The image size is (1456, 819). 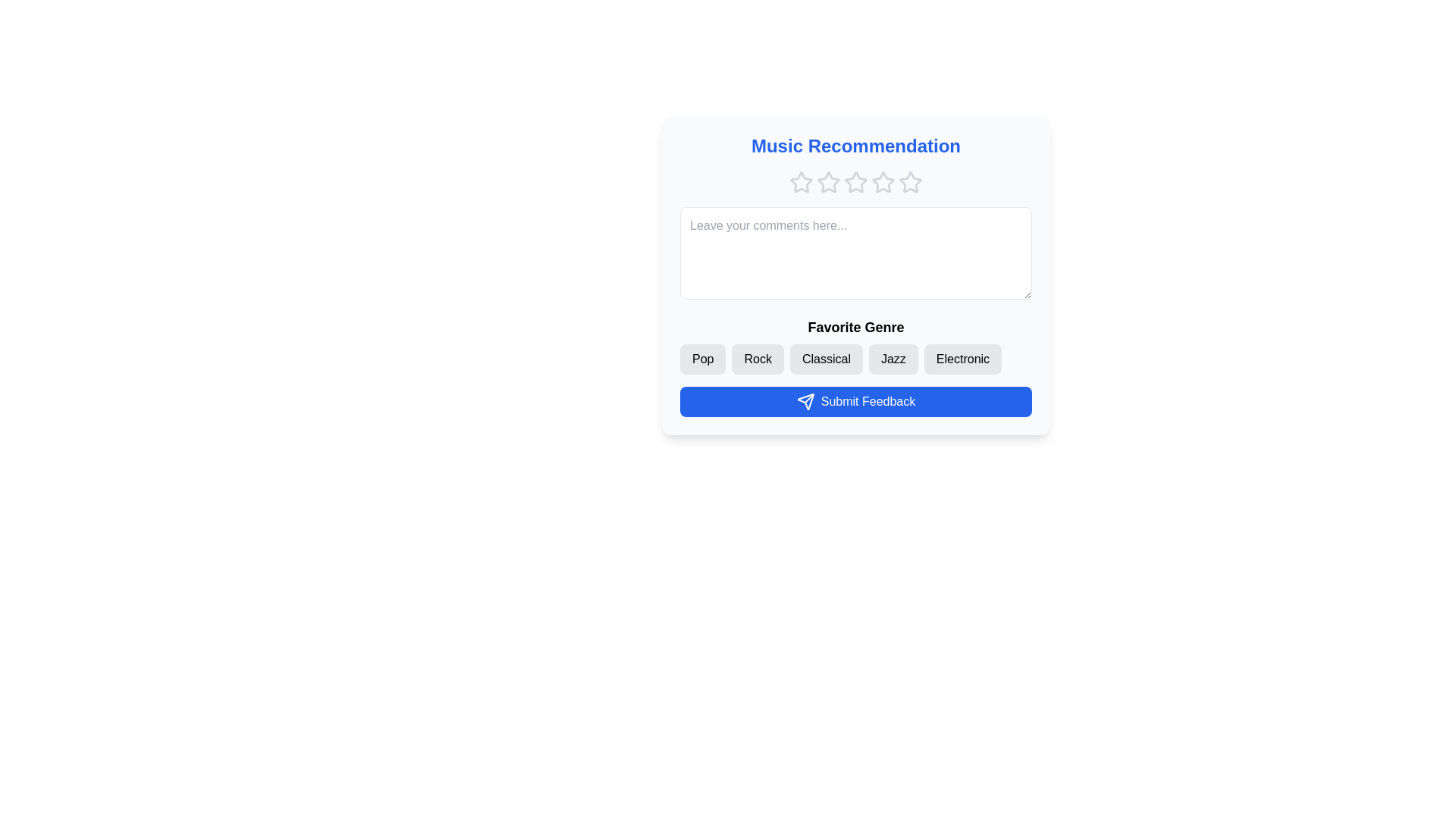 What do you see at coordinates (882, 180) in the screenshot?
I see `the third star-shaped icon with a gray outline in the 'Music Recommendation' section above the comment input box` at bounding box center [882, 180].